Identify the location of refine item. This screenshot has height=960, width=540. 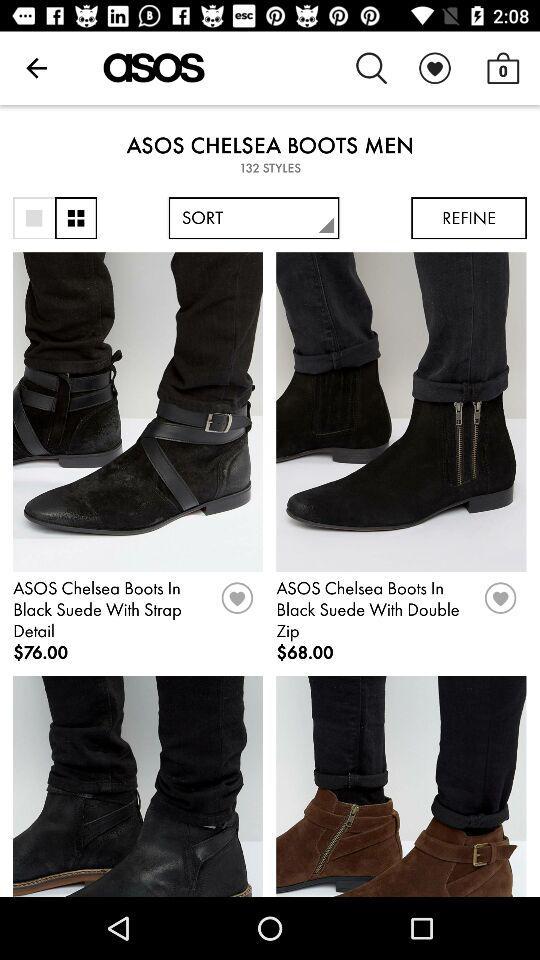
(469, 218).